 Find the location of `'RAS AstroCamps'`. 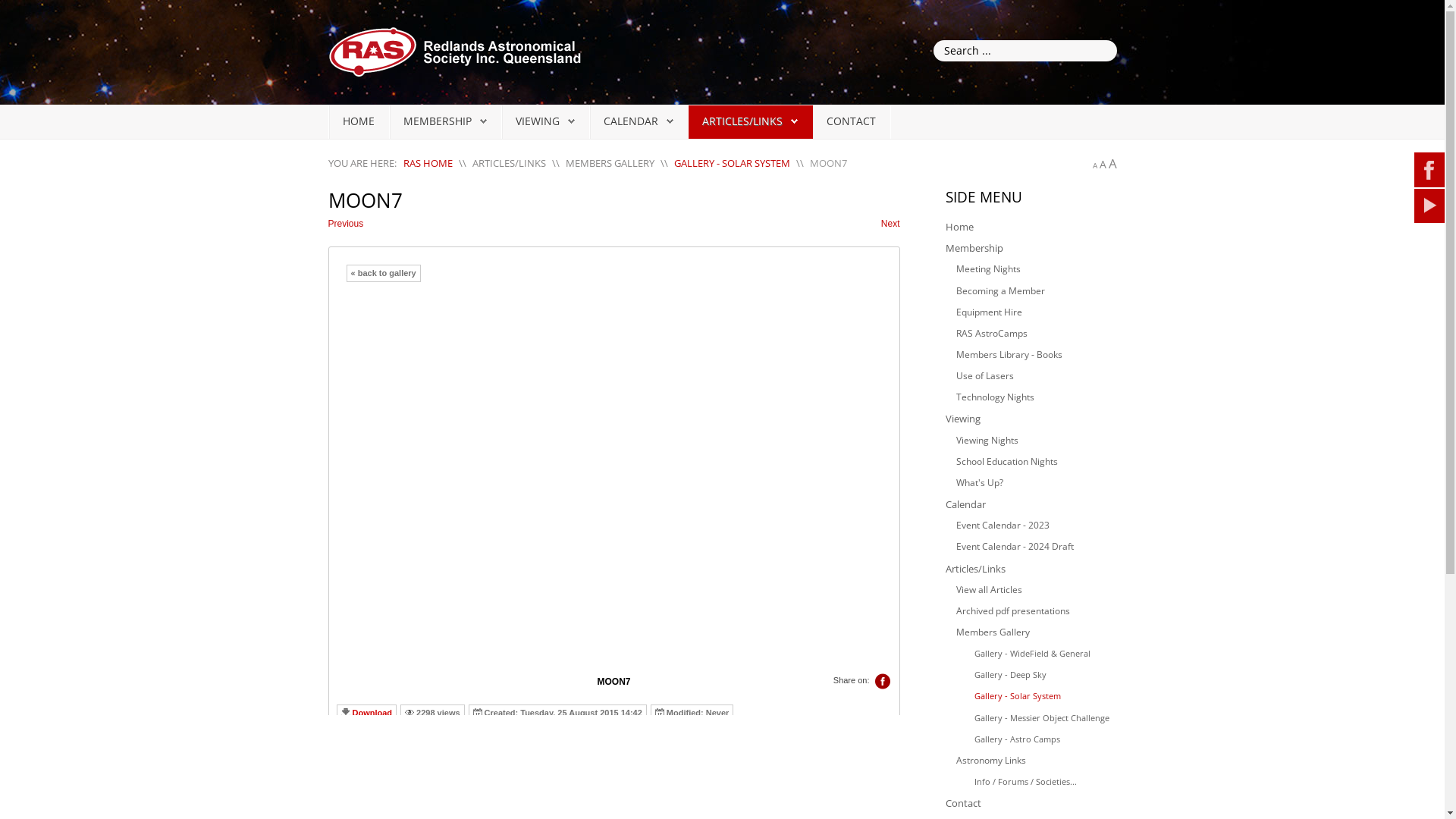

'RAS AstroCamps' is located at coordinates (1035, 332).